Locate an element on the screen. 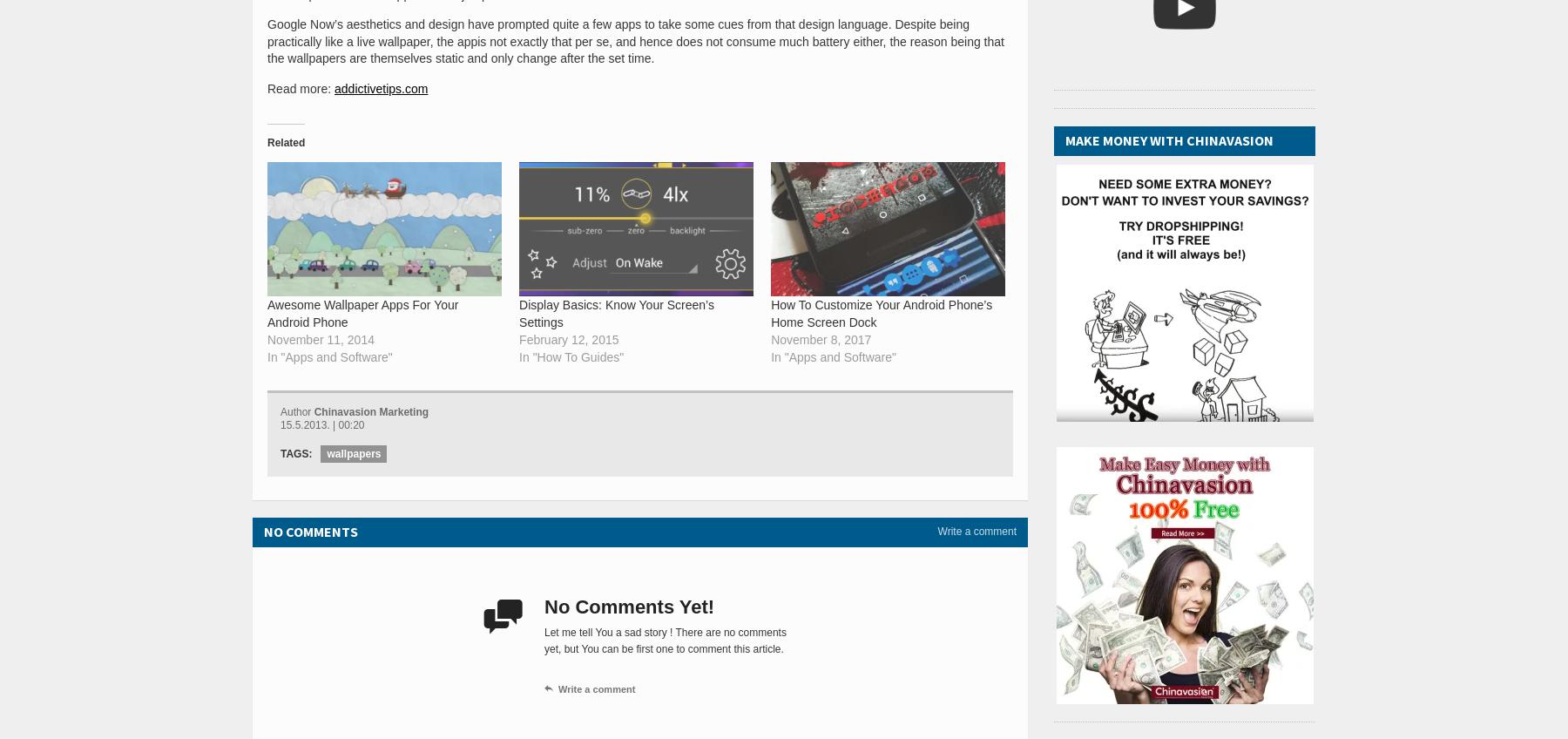  'TAGS:' is located at coordinates (296, 452).